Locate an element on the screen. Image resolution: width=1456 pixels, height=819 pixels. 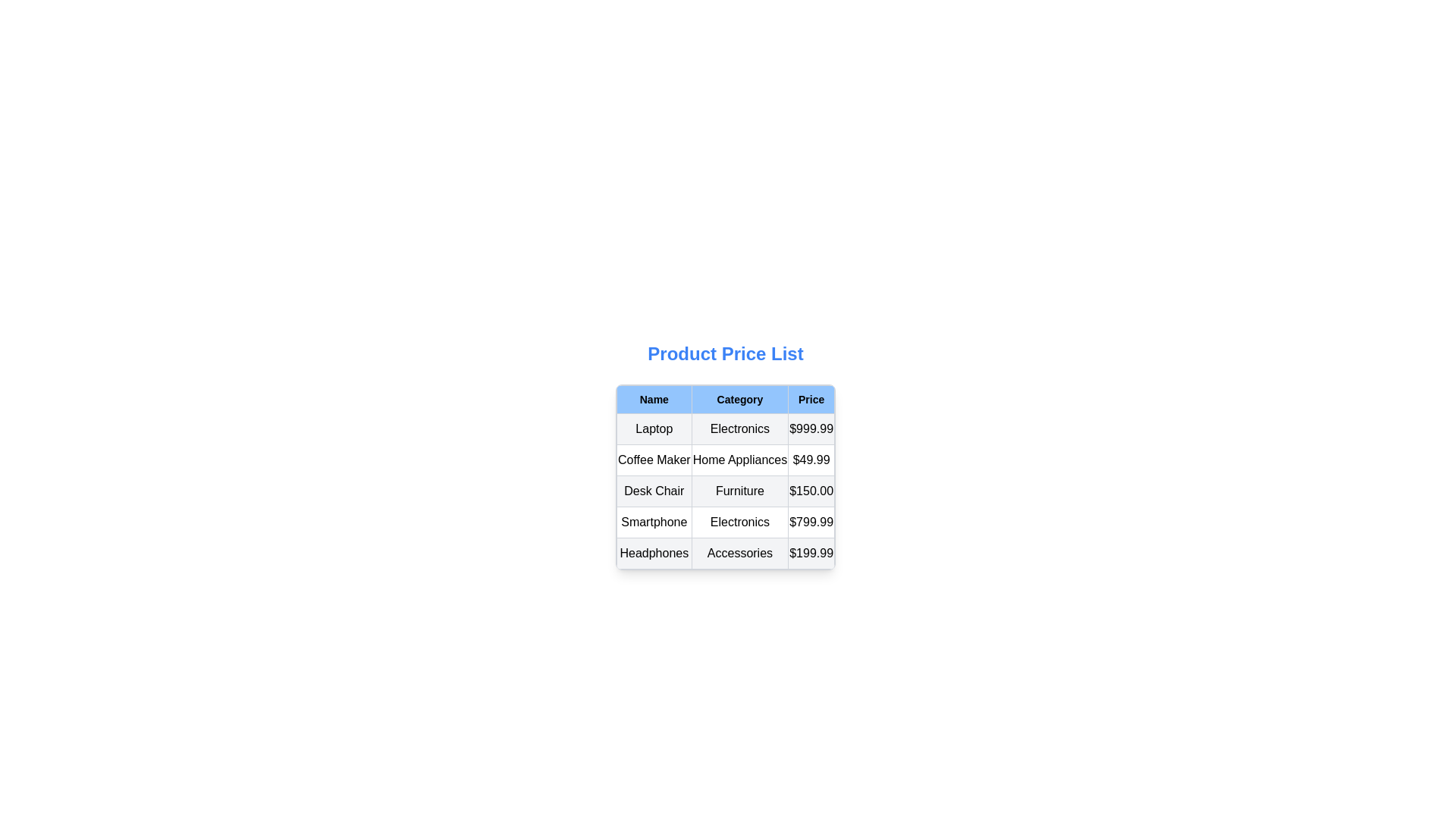
the header row of the table that labels the columns 'Name', 'Category', and 'Price' is located at coordinates (724, 399).